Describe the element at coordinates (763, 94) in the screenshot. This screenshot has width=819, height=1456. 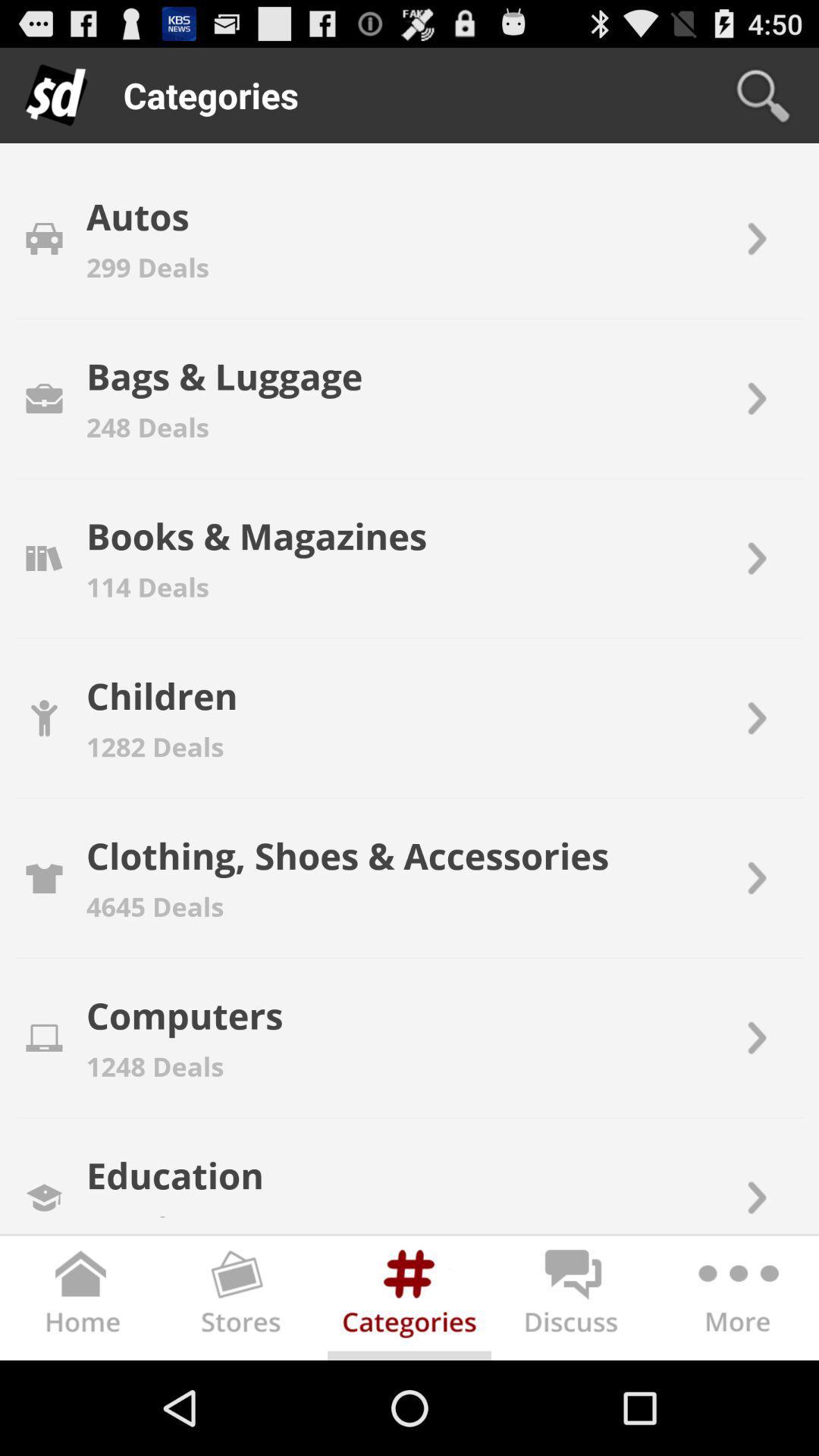
I see `icon next to the    categories icon` at that location.